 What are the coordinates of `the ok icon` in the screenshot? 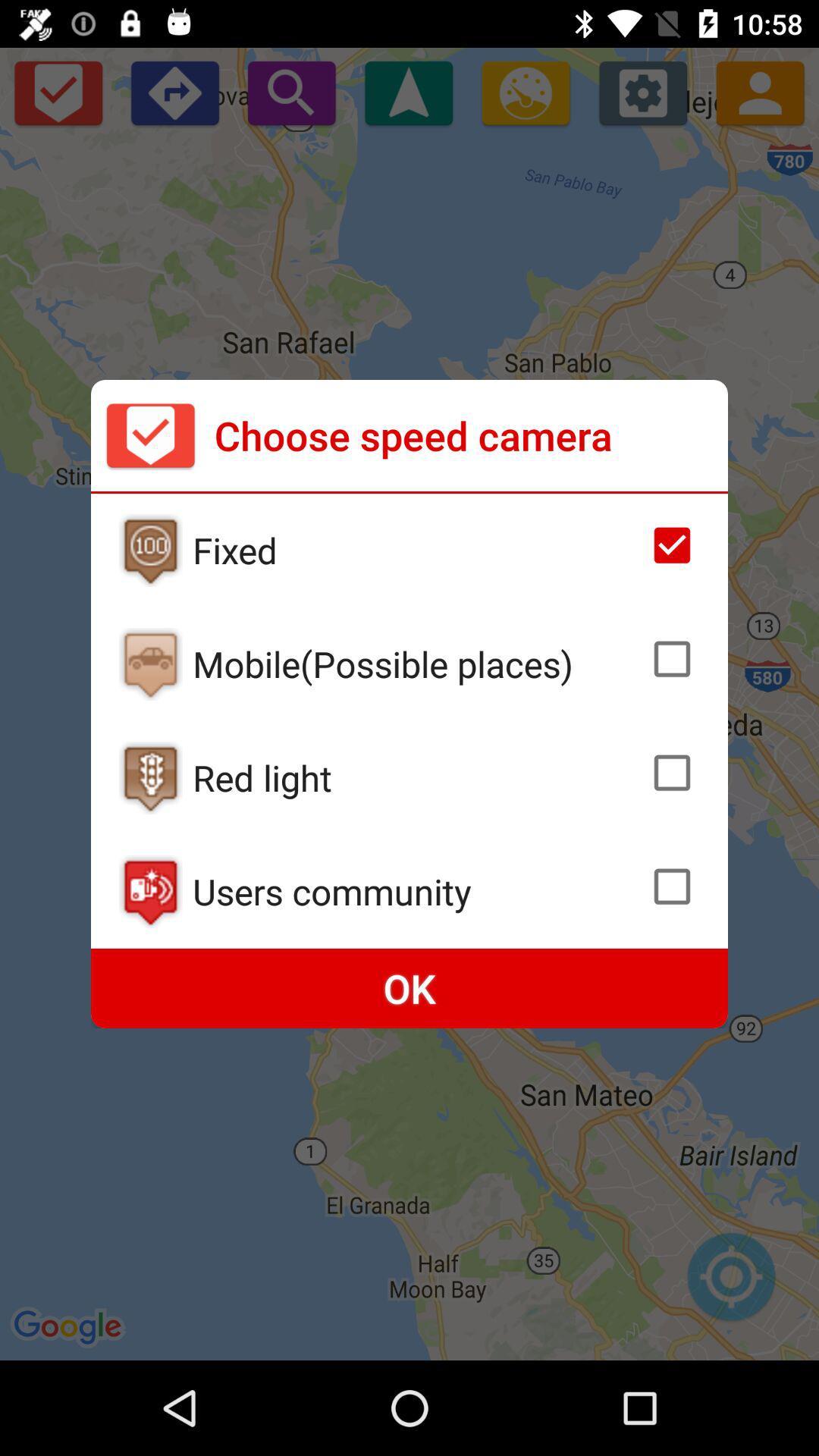 It's located at (409, 988).